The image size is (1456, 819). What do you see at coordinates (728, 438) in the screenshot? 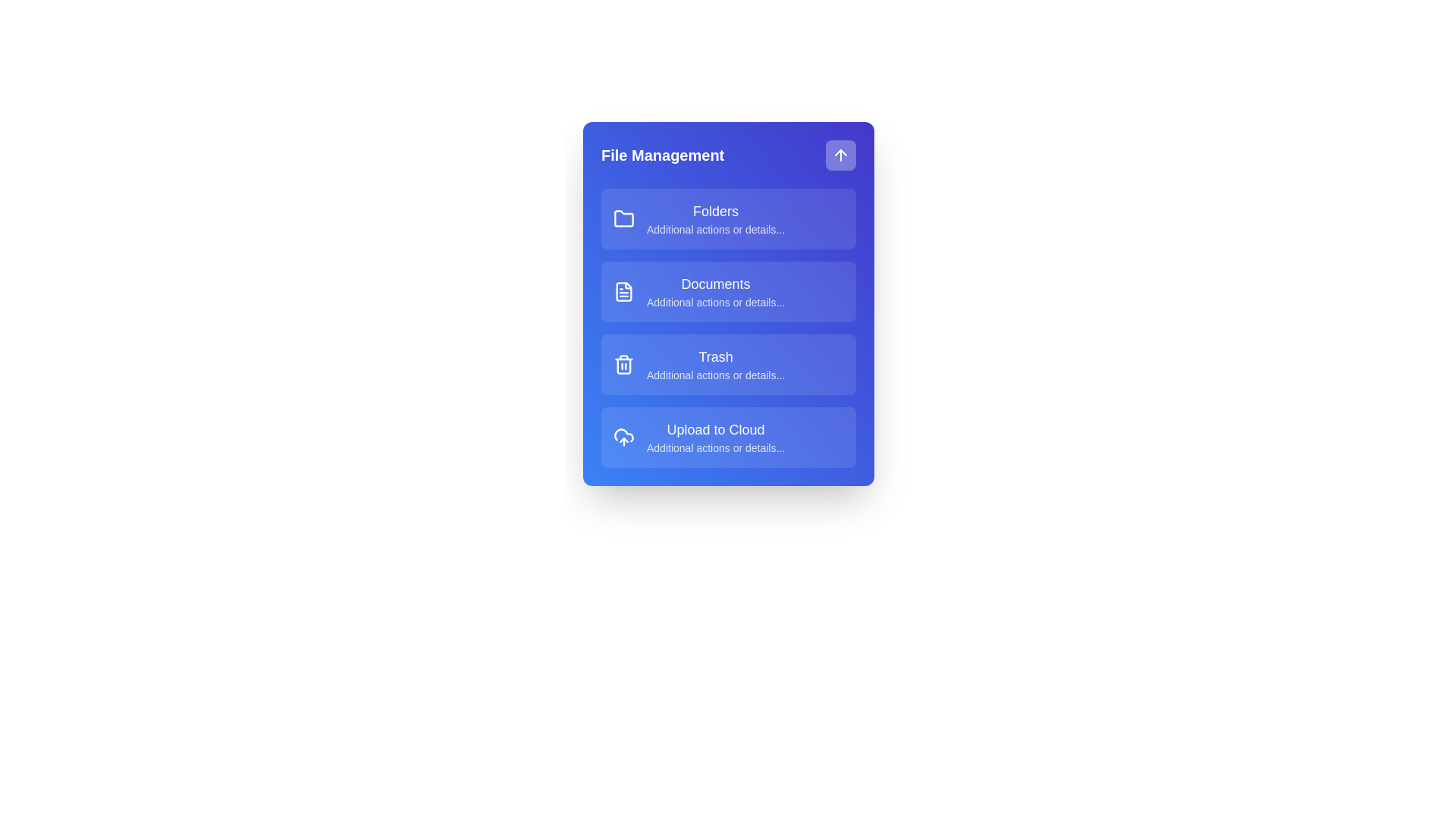
I see `the menu item Upload to Cloud` at bounding box center [728, 438].